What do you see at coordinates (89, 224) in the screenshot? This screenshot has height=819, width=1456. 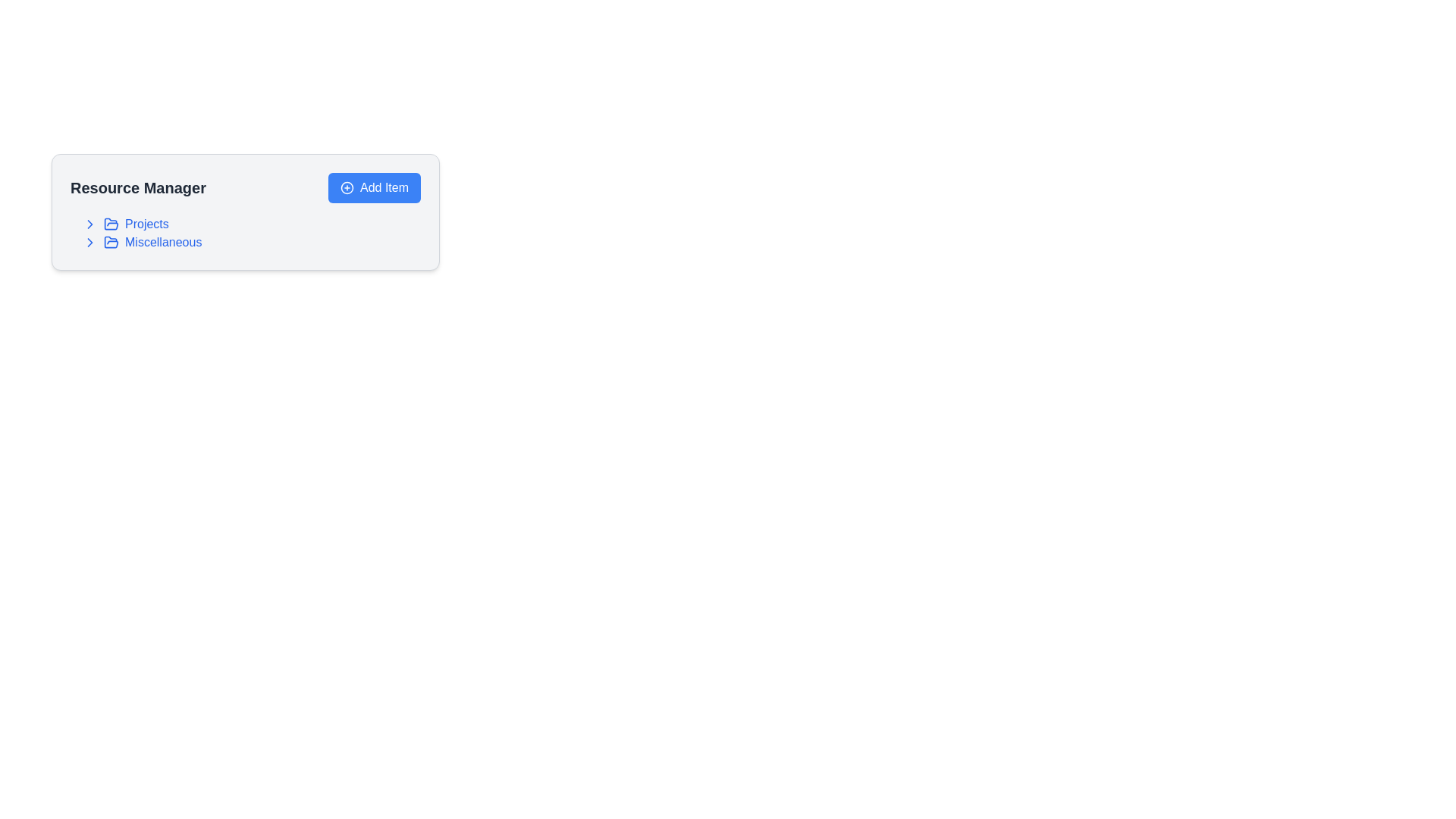 I see `the chevron icon to the left of the 'Projects' text in the 'Resource Manager' section` at bounding box center [89, 224].